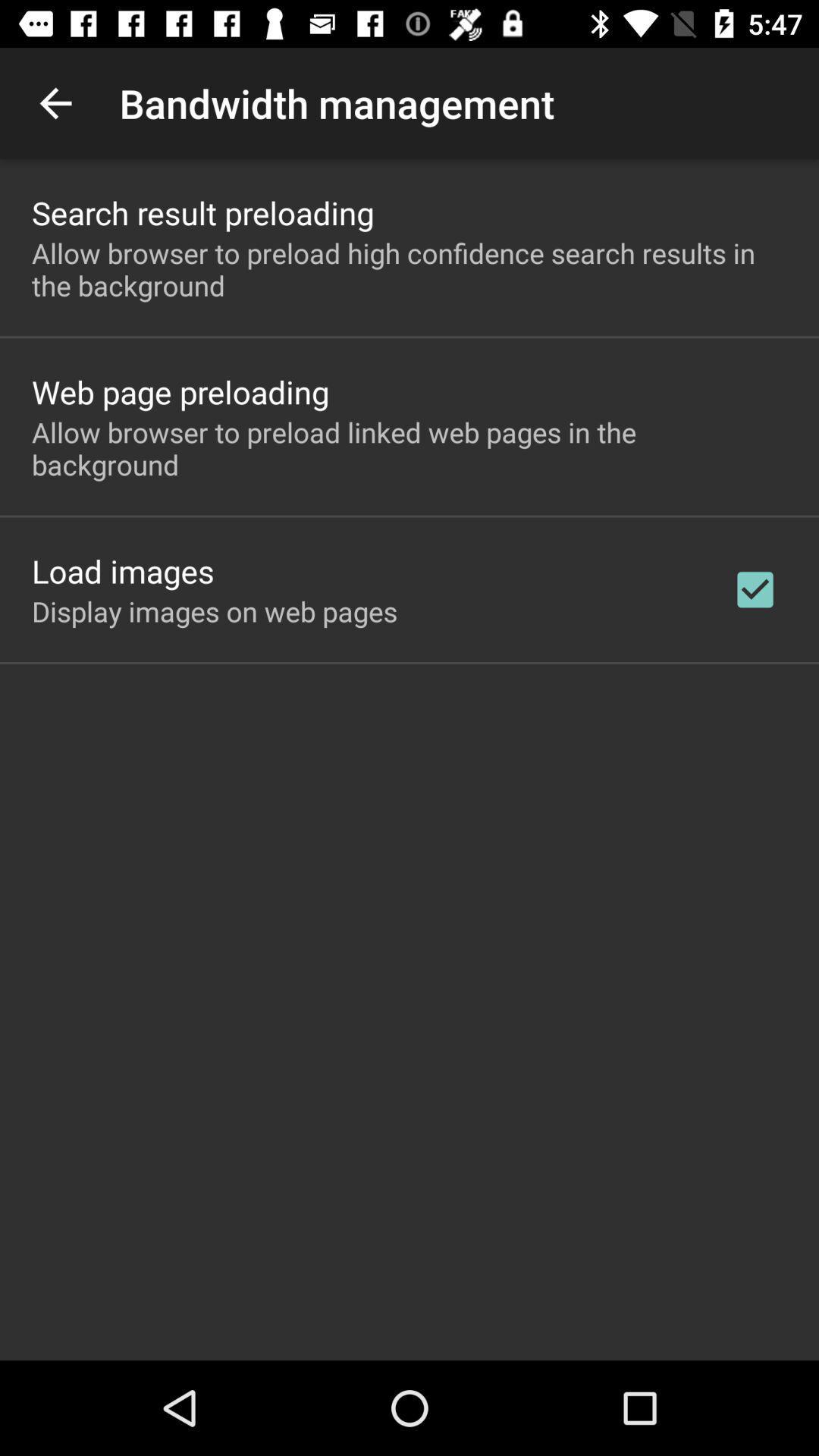 The height and width of the screenshot is (1456, 819). What do you see at coordinates (755, 588) in the screenshot?
I see `icon next to the display images on icon` at bounding box center [755, 588].